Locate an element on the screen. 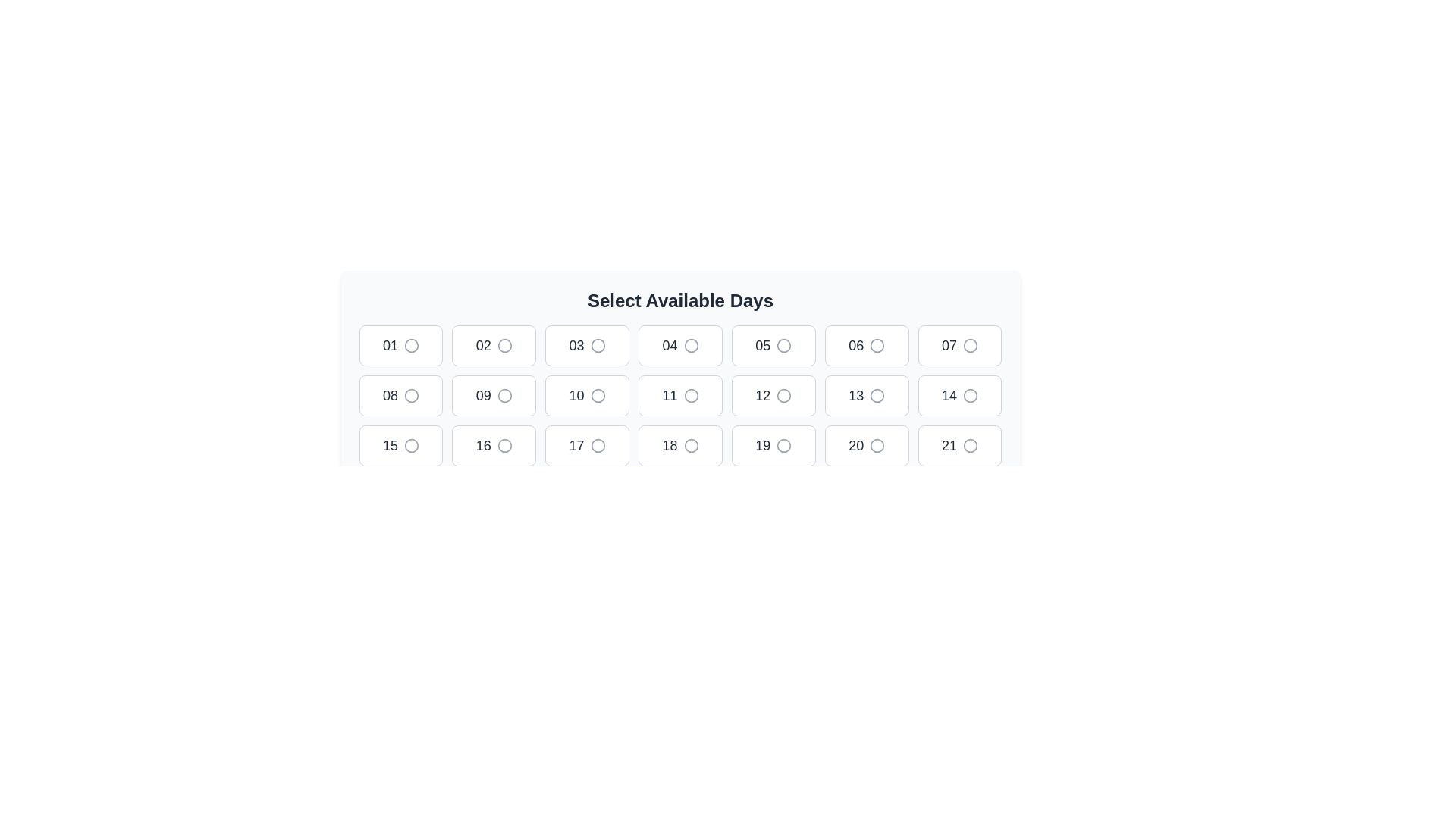 Image resolution: width=1456 pixels, height=819 pixels. the button with integrated radio selection that displays '17' and is located in the third row and third column of the grid layout is located at coordinates (586, 444).